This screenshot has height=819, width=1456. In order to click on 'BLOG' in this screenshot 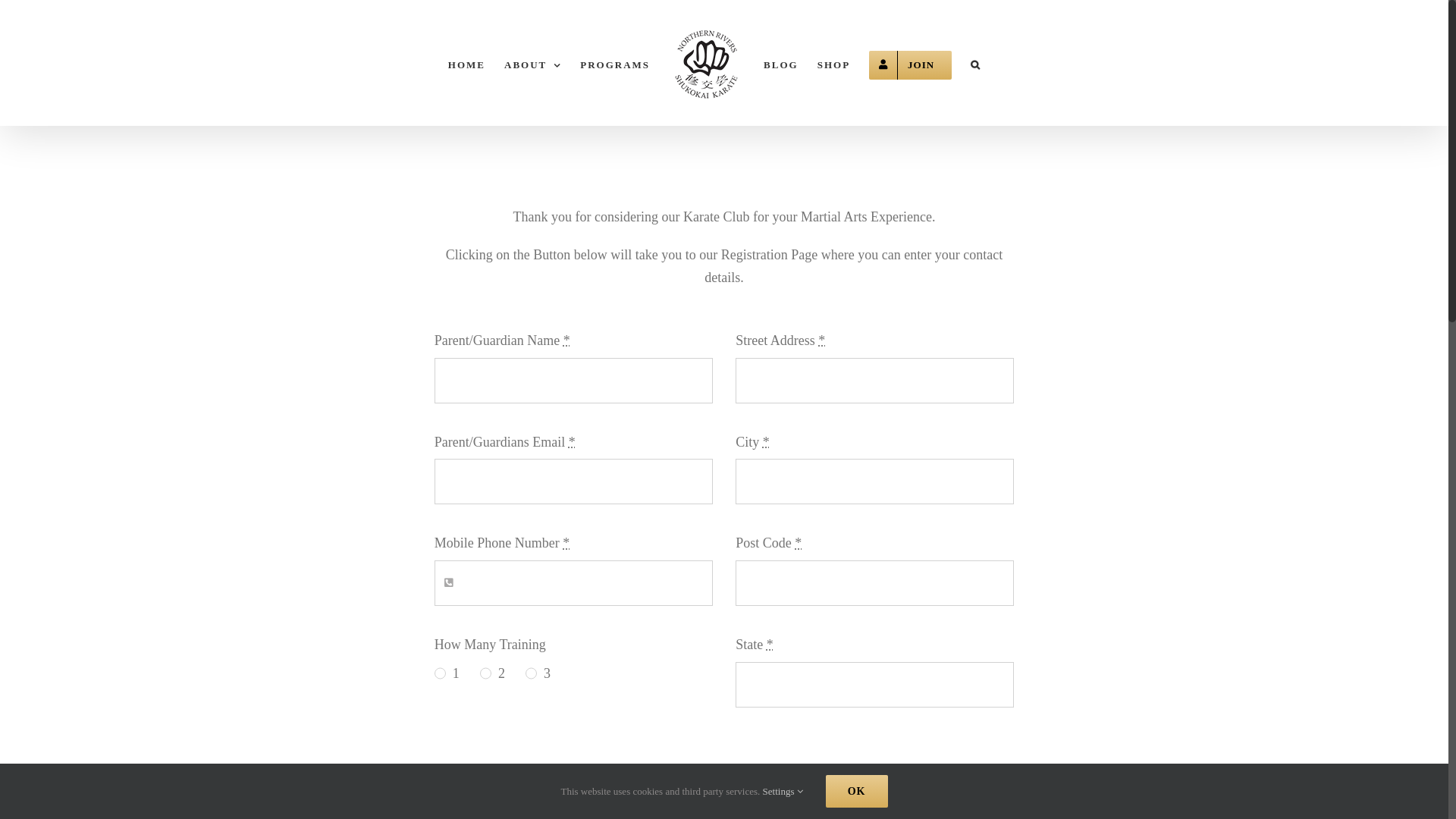, I will do `click(781, 62)`.